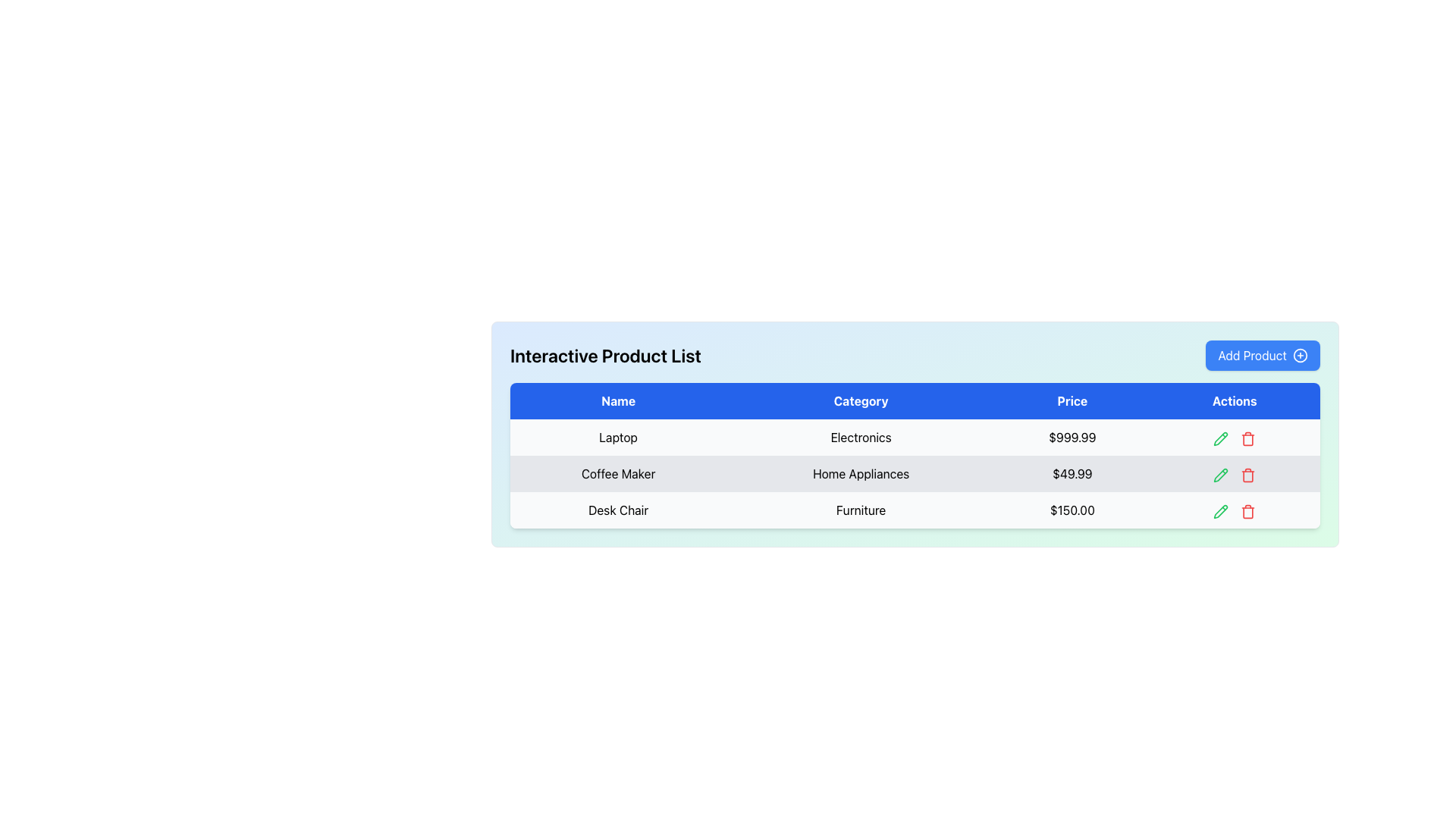 The width and height of the screenshot is (1456, 819). I want to click on the first row of the product table displaying details about a Laptop, which includes the columns 'Name', 'Category', and 'Price', so click(914, 438).